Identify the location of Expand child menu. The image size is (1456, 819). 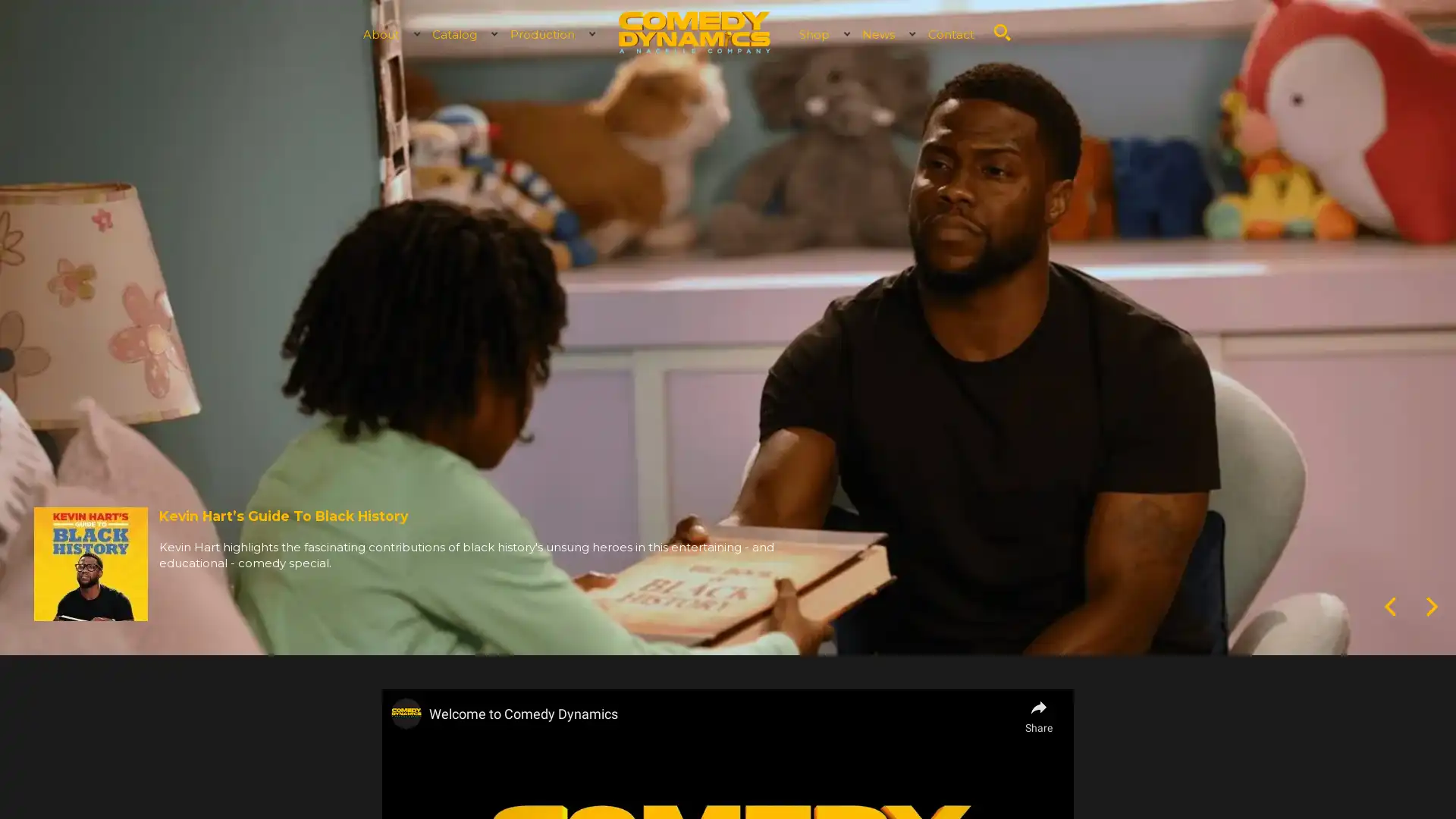
(846, 34).